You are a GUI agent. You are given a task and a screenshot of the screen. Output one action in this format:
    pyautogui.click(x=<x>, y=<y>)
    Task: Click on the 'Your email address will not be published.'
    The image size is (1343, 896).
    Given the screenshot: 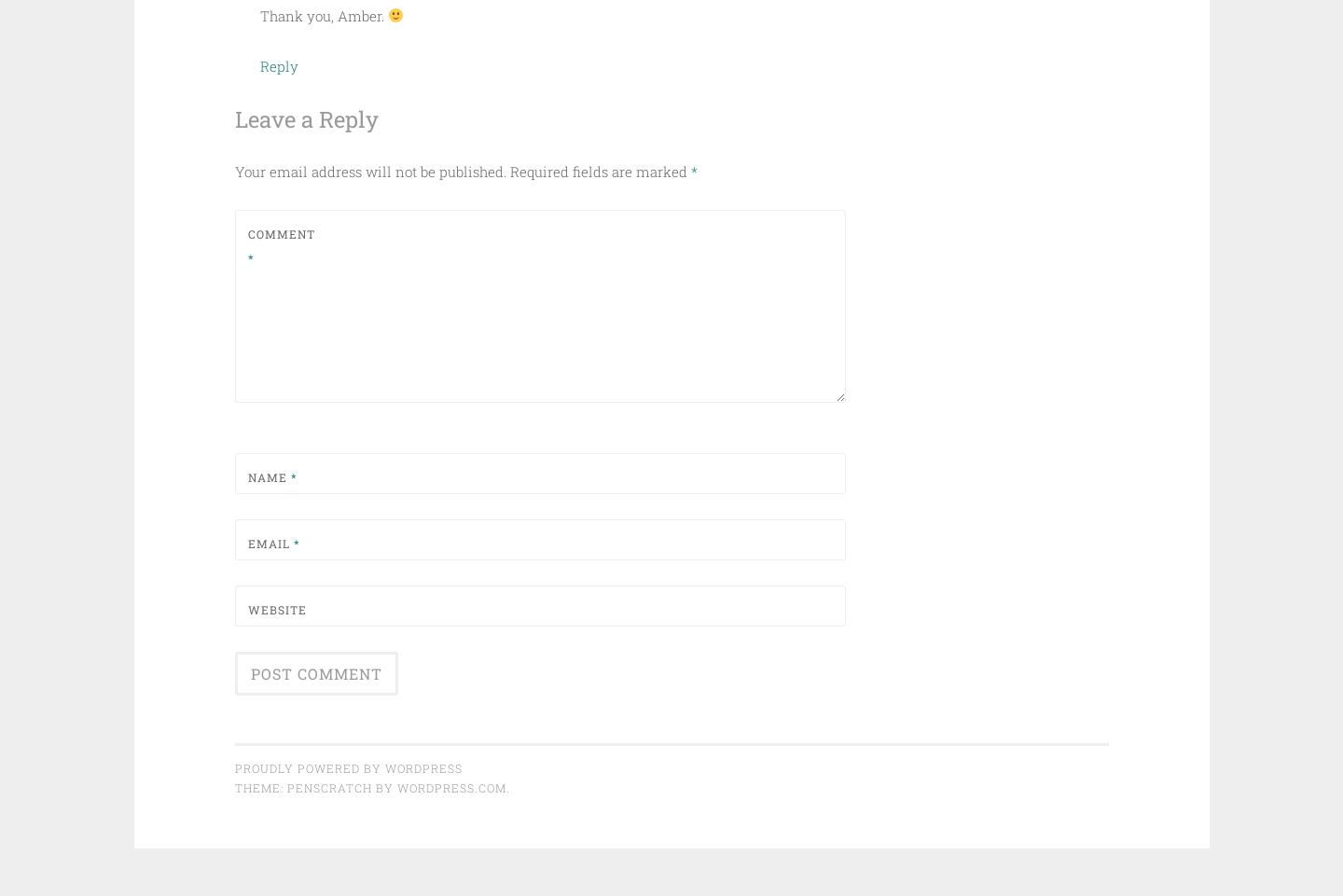 What is the action you would take?
    pyautogui.click(x=368, y=172)
    